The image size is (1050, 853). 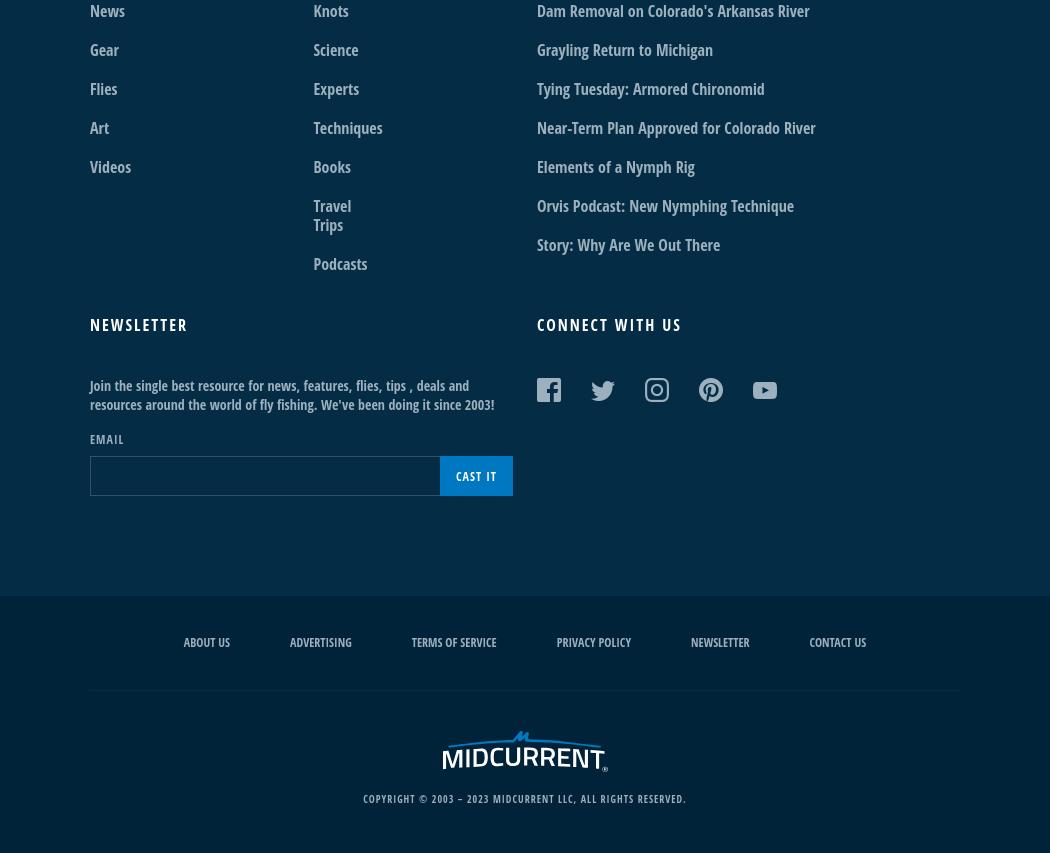 I want to click on 'Near-Term Plan Approved for Colorado River', so click(x=675, y=128).